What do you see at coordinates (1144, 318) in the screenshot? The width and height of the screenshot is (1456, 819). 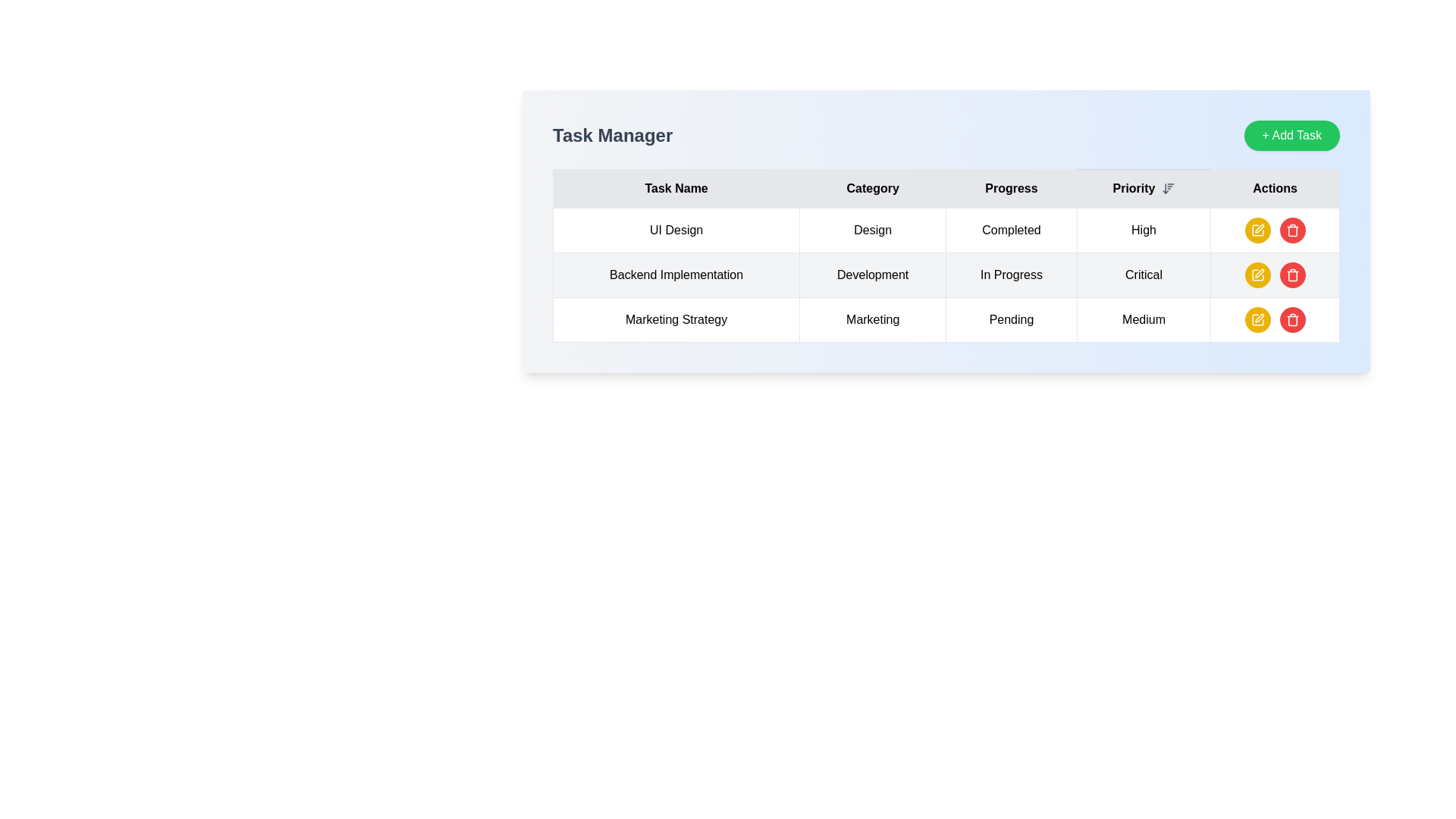 I see `the table cell indicating 'Medium' priority level for the task in the last visible cell of the 'Marketing Strategy' row under the 'Priority' column` at bounding box center [1144, 318].